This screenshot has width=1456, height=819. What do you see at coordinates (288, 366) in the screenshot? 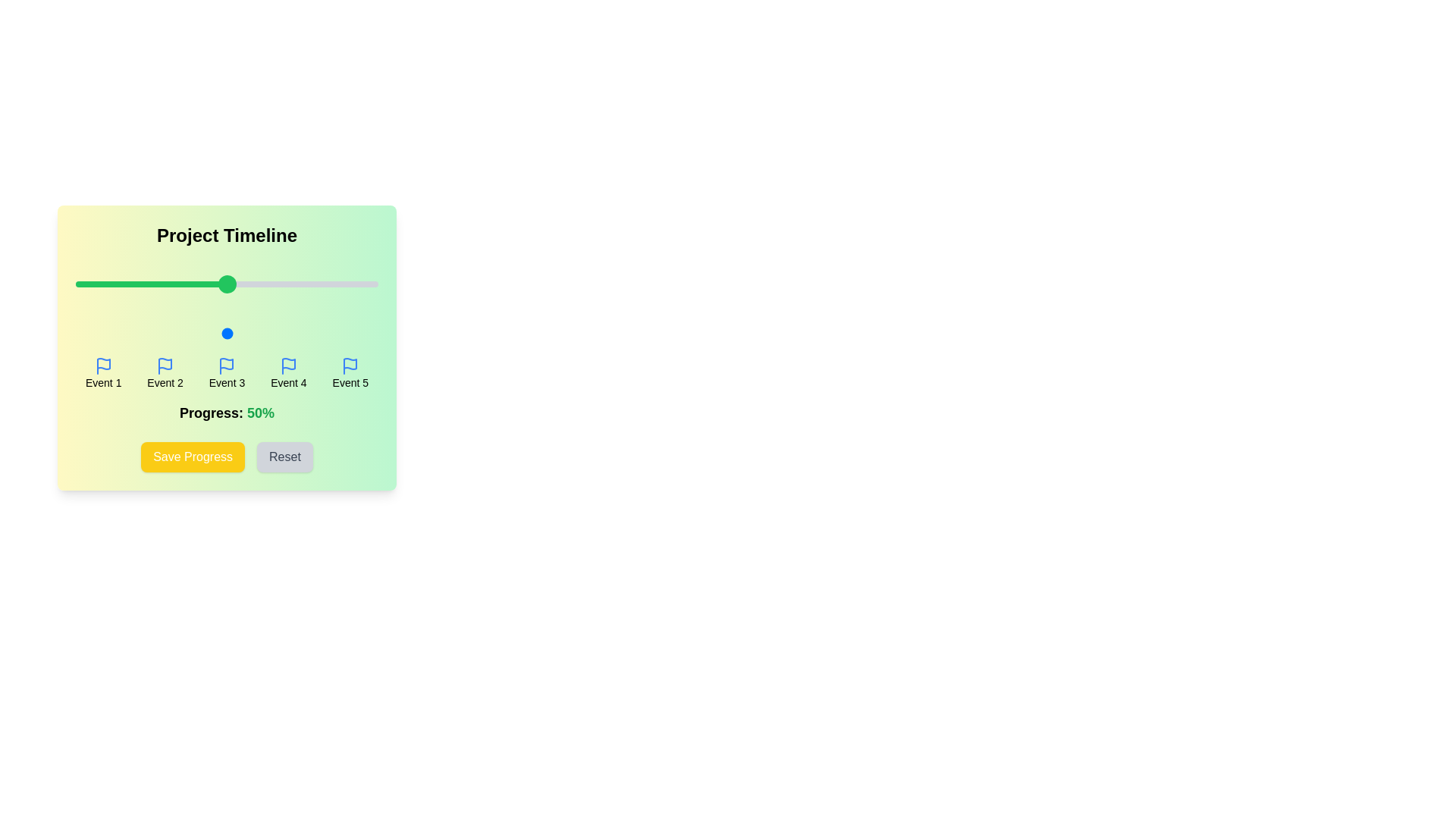
I see `the flag icon for Event 4` at bounding box center [288, 366].